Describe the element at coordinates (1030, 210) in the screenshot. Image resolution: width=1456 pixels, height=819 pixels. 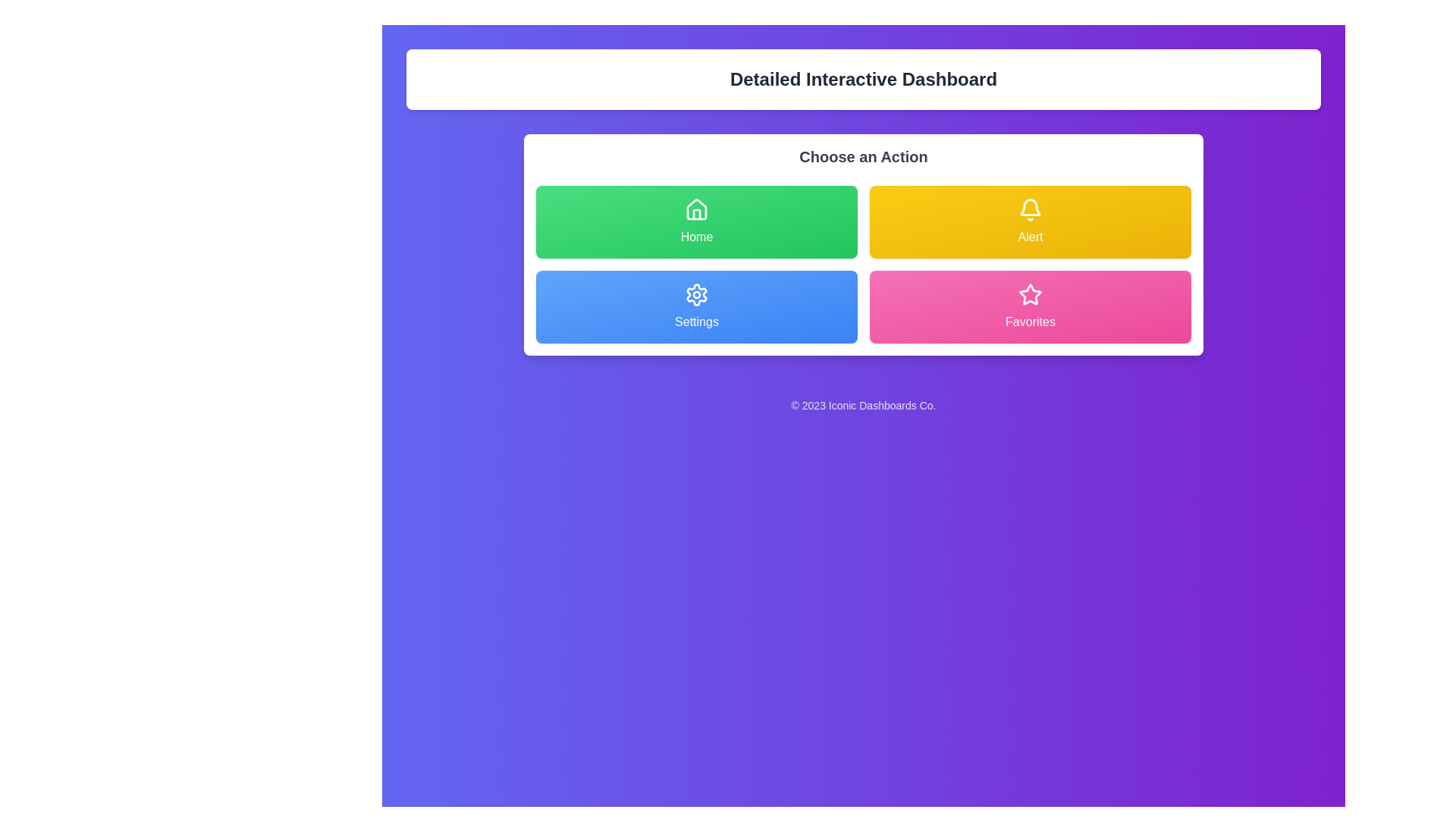
I see `the alert icon located at the center-top of the 'Alert' button within the 'Choose an Action' section` at that location.